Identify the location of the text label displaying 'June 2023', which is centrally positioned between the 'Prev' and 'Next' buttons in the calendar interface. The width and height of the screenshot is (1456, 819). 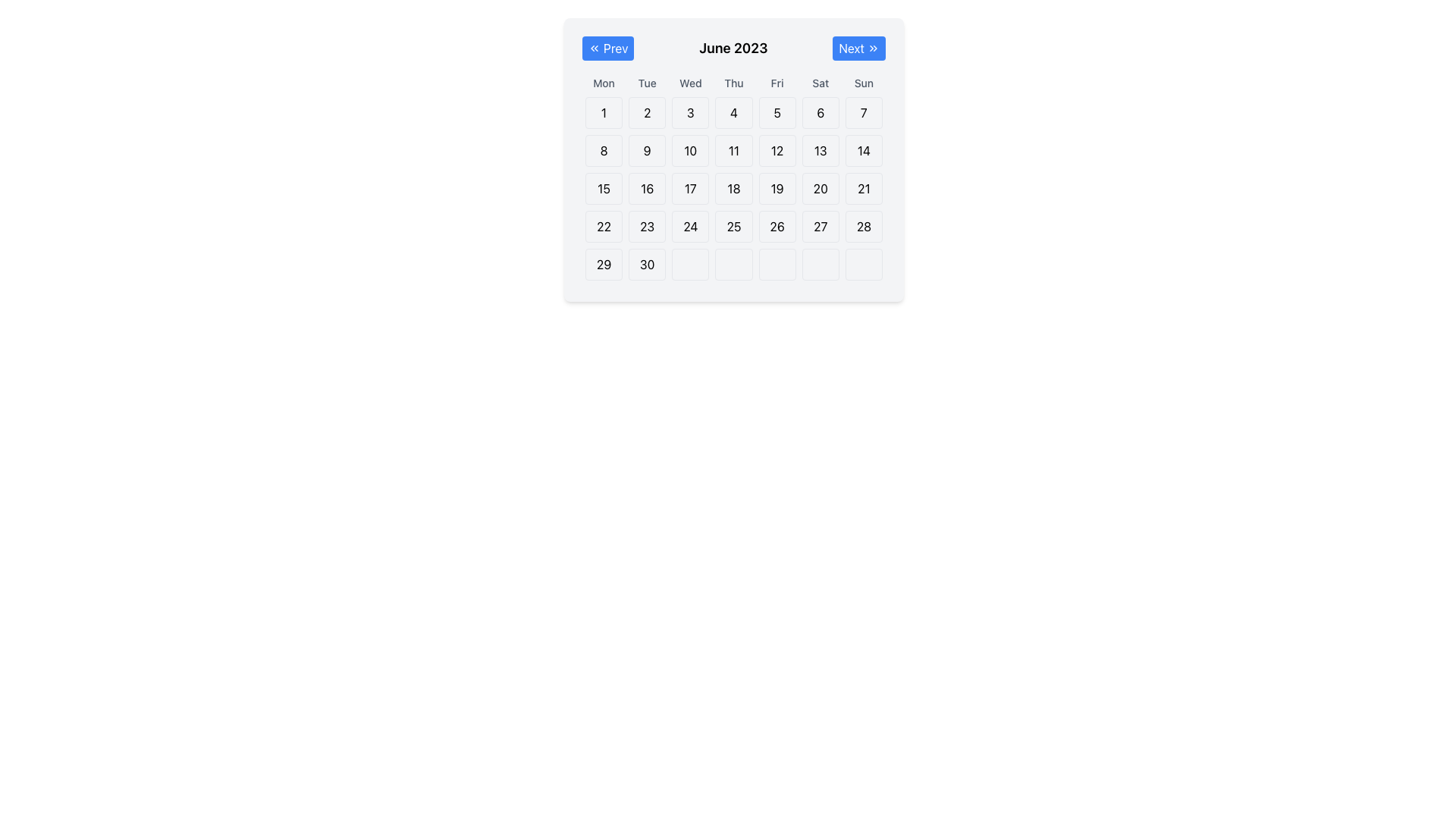
(733, 48).